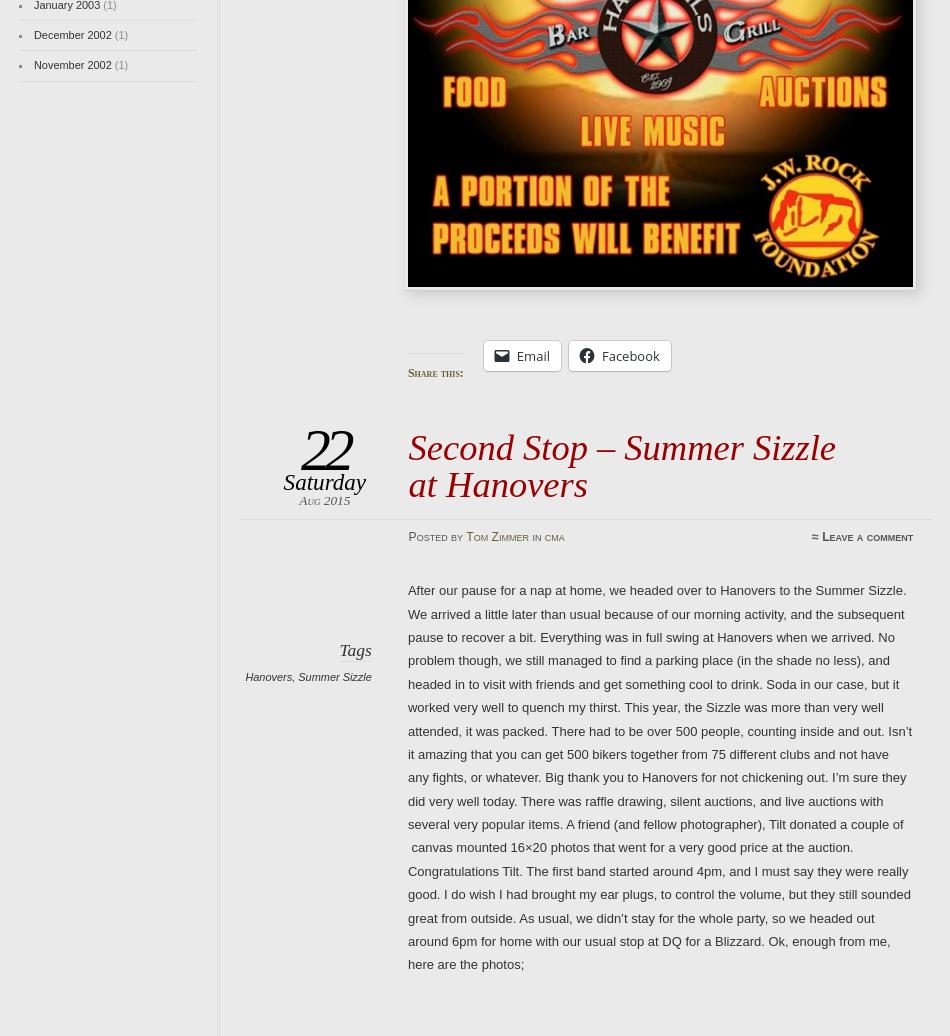  I want to click on 'After our pause for a nap at home, we headed over to Hanovers to the Summer Sizzle. We arrived a little later than usual because of our morning activity, and the subsequent pause to recover a bit. Everything was in full swing at Hanovers when we arrived. No problem though, we still managed to find a parking place (in the shade no less), and headed in to visit with friends and get something cool to drink. Soda in our case, but it worked very well to quench my thirst. This year, the Sizzle was more than very well attended, it was packed. There had to be over 500 people, counting inside and out. Isn’t it amazing that you can get 500 bikers together from 75 different clubs and not have any fights, or whatever. Big thank you to Hanovers for not chickening out. I’m sure they did very well today. There was raffle drawing, silent auctions, and live auctions with several very popular items. A friend (and fellow photographer), Tilt donated a couple of  canvas mounted 16×20 photos that went for a very good price at the auction. Congratulations Tilt. The first band started around 4pm, and I must say they were really good. I do wish I had brought my ear plugs, to control the volume, but they still sounded great from outside. As usual, we didn’t stay for the whole party, so we headed out around 6pm for home with our usual stop at DQ for a Blizzard. Ok, enough from me, here are the photos;', so click(659, 777).